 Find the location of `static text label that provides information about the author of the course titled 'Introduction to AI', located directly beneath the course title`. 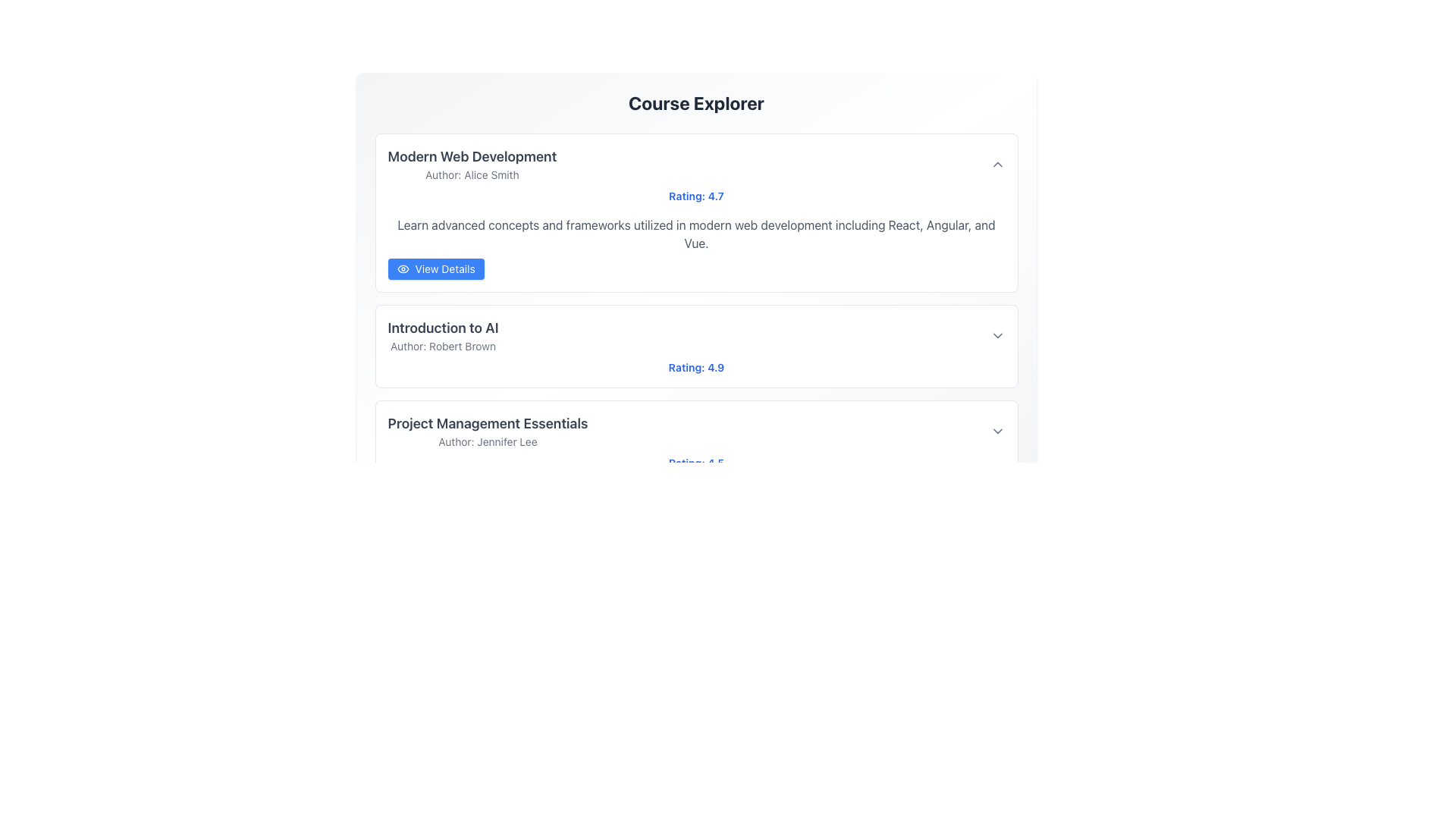

static text label that provides information about the author of the course titled 'Introduction to AI', located directly beneath the course title is located at coordinates (442, 346).